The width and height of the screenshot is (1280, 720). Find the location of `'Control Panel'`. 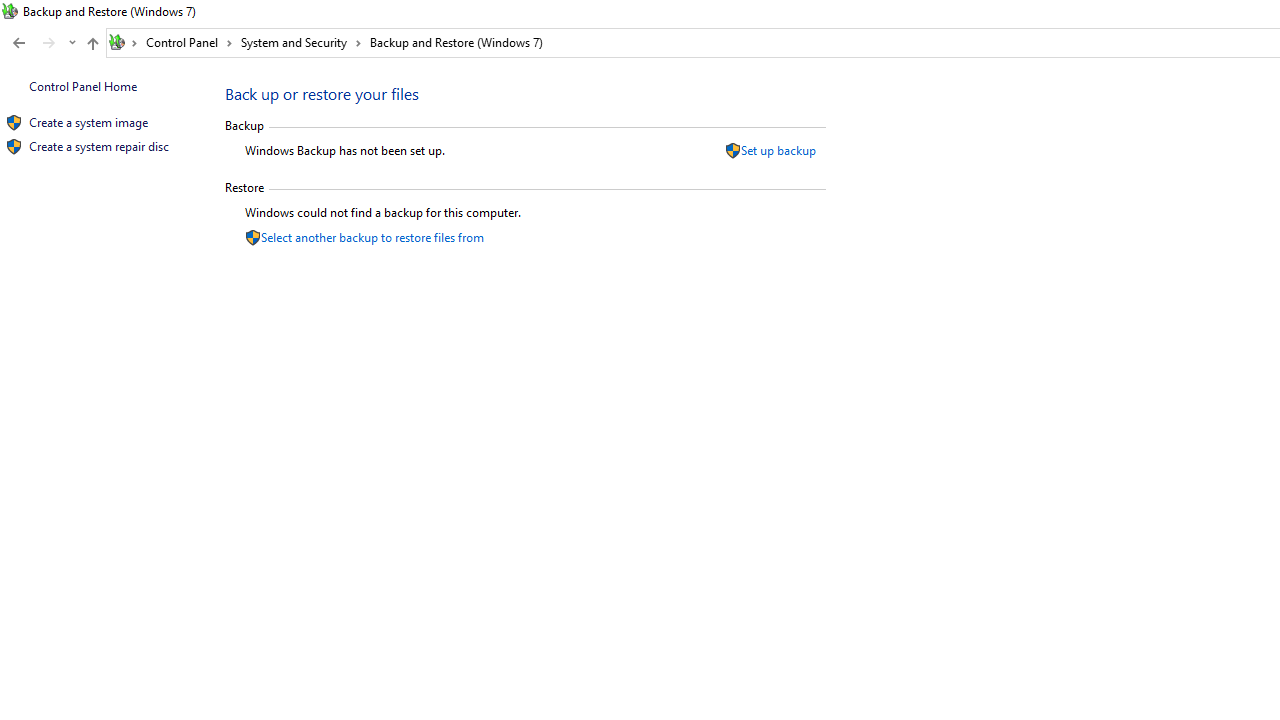

'Control Panel' is located at coordinates (189, 42).